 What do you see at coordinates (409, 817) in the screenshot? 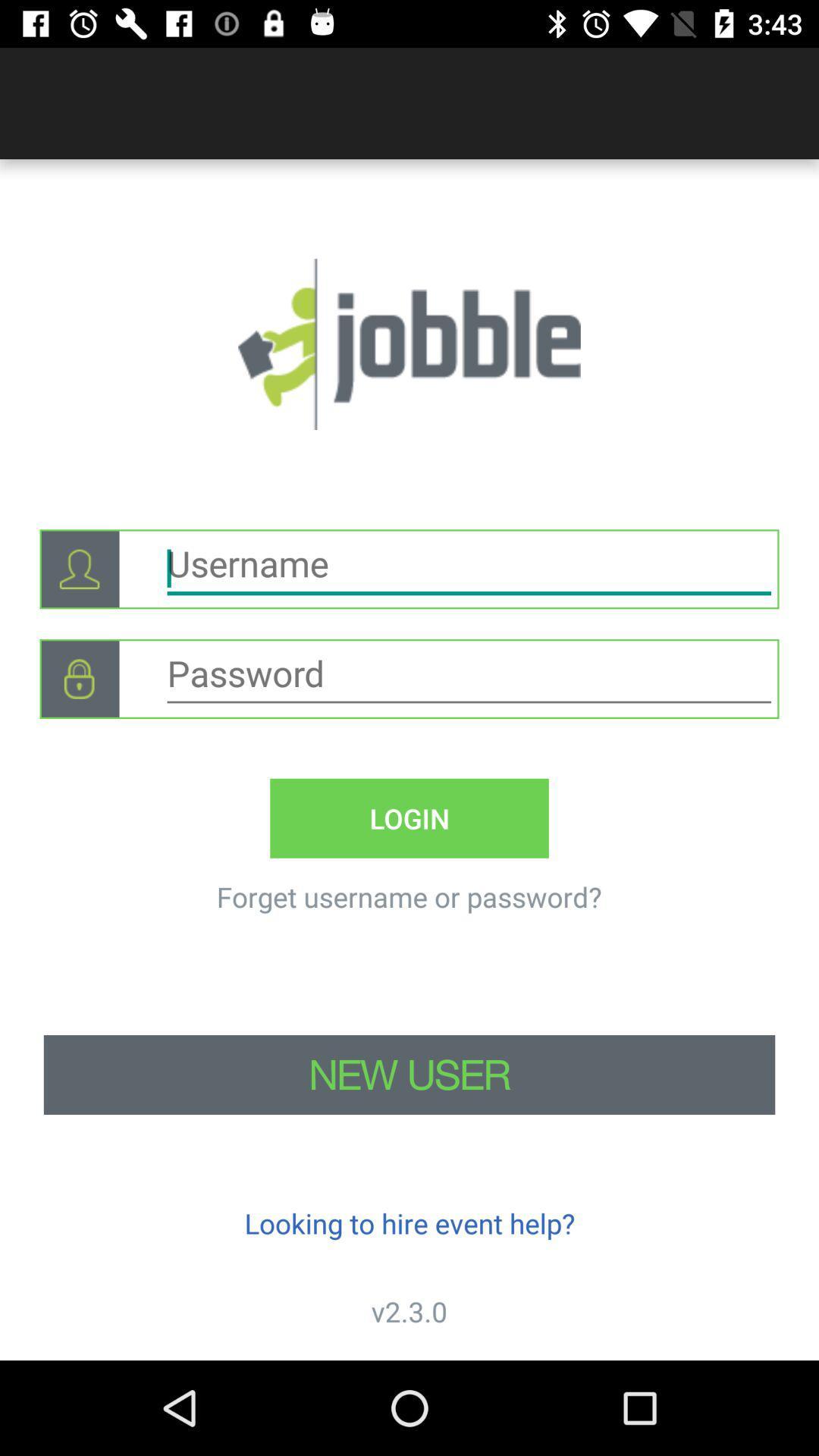
I see `the icon above forget username or item` at bounding box center [409, 817].